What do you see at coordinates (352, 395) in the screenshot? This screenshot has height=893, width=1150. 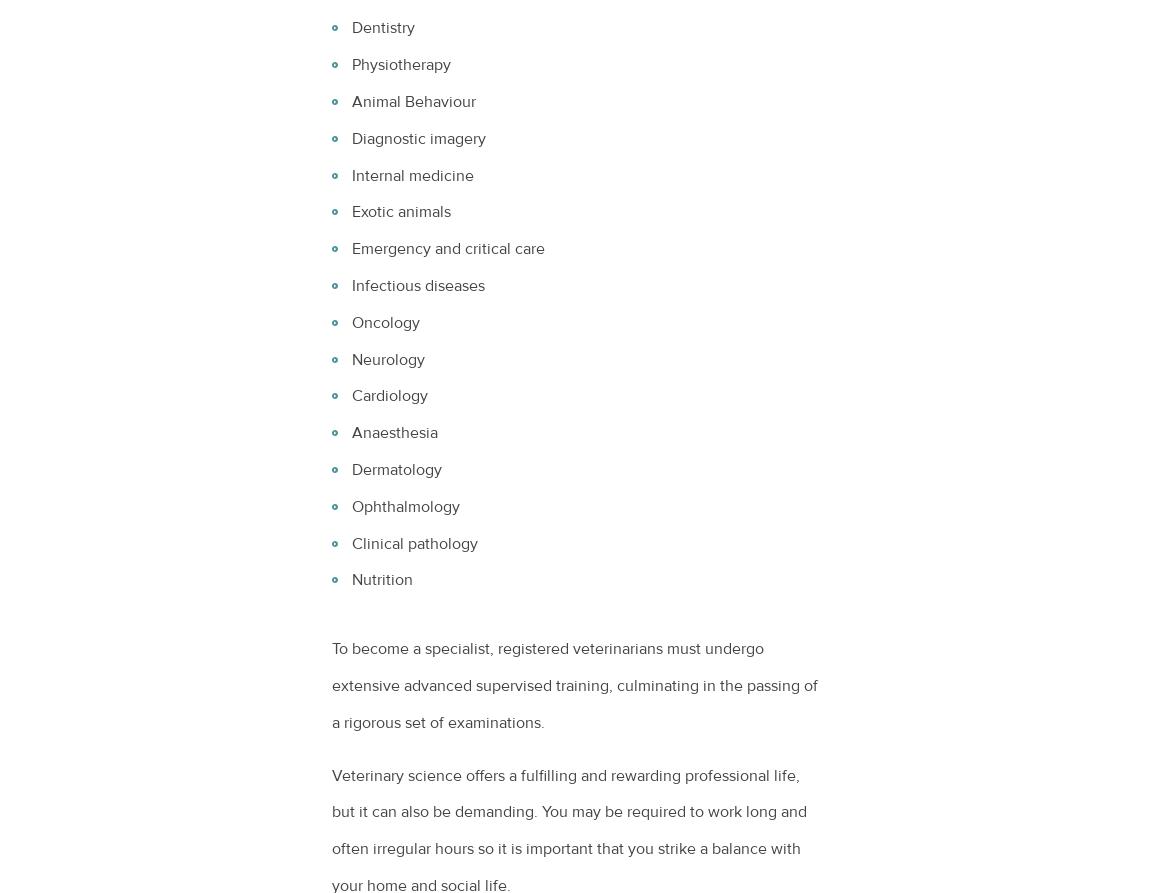 I see `'Cardiology'` at bounding box center [352, 395].